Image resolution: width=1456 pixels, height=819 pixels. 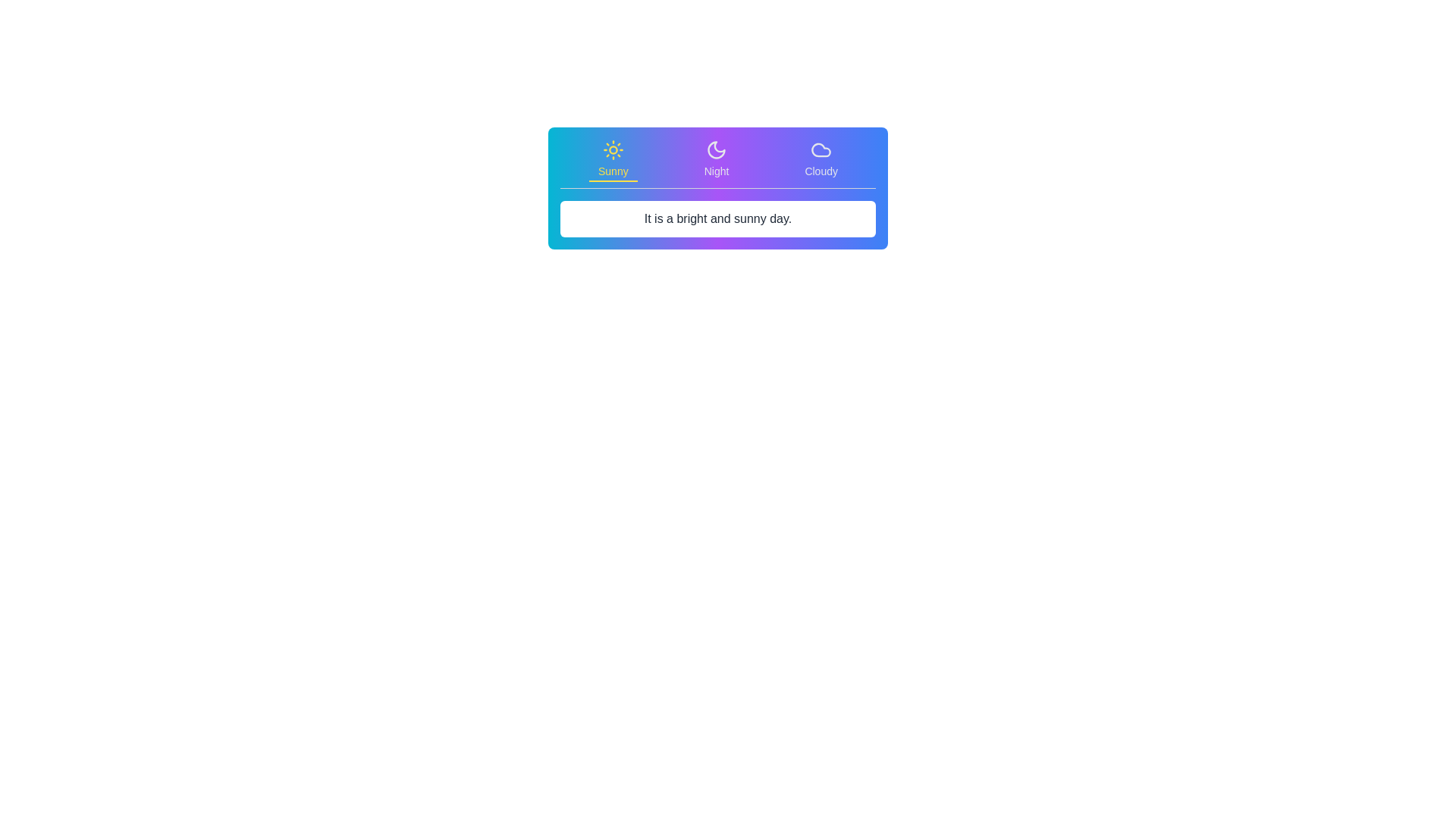 I want to click on the sun icon, which is the first of three weather-related icons positioned above the text 'Sunny' in the weather selection interface, so click(x=613, y=149).